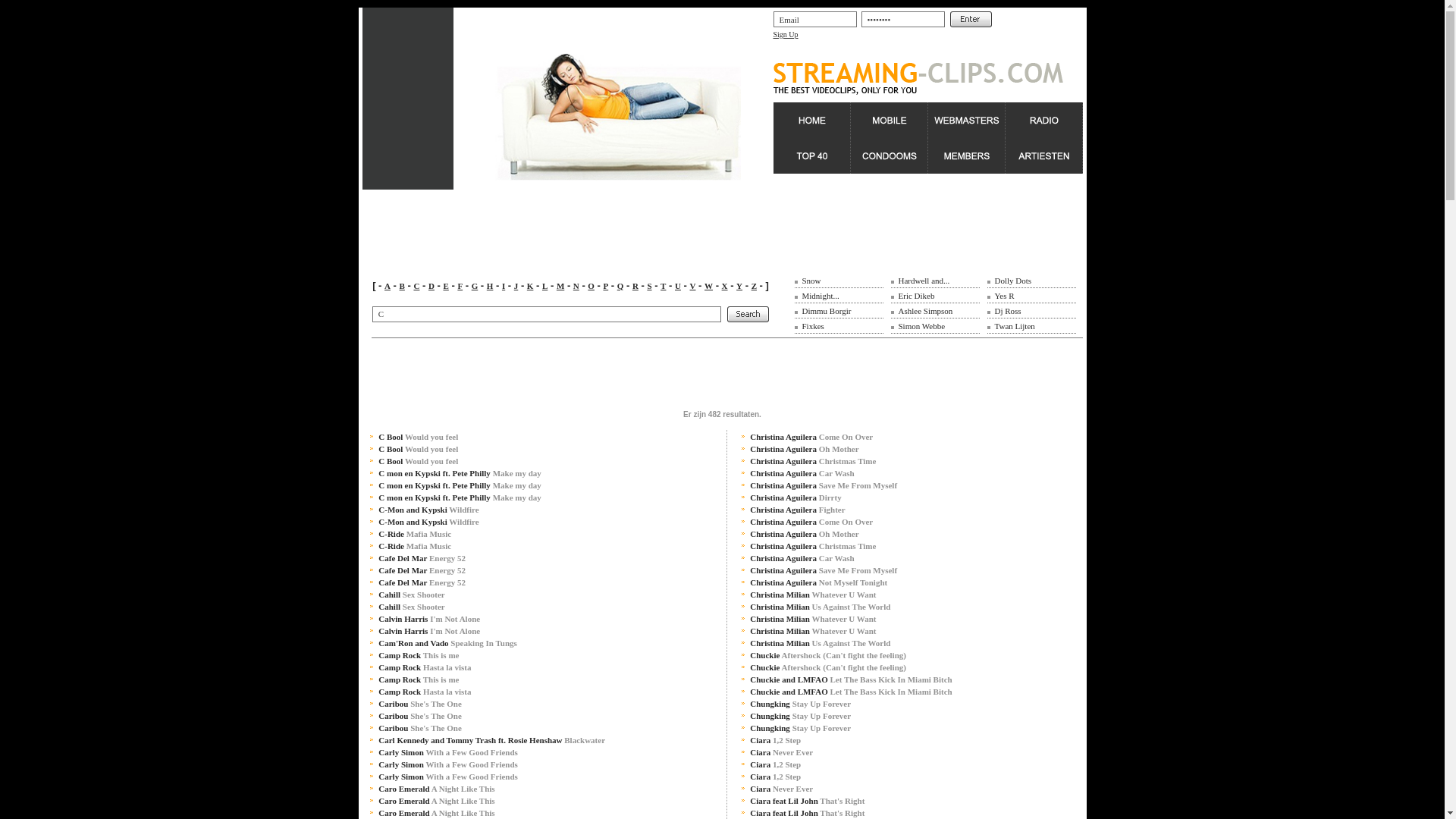 The image size is (1456, 819). What do you see at coordinates (775, 739) in the screenshot?
I see `'Ciara 1,2 Step'` at bounding box center [775, 739].